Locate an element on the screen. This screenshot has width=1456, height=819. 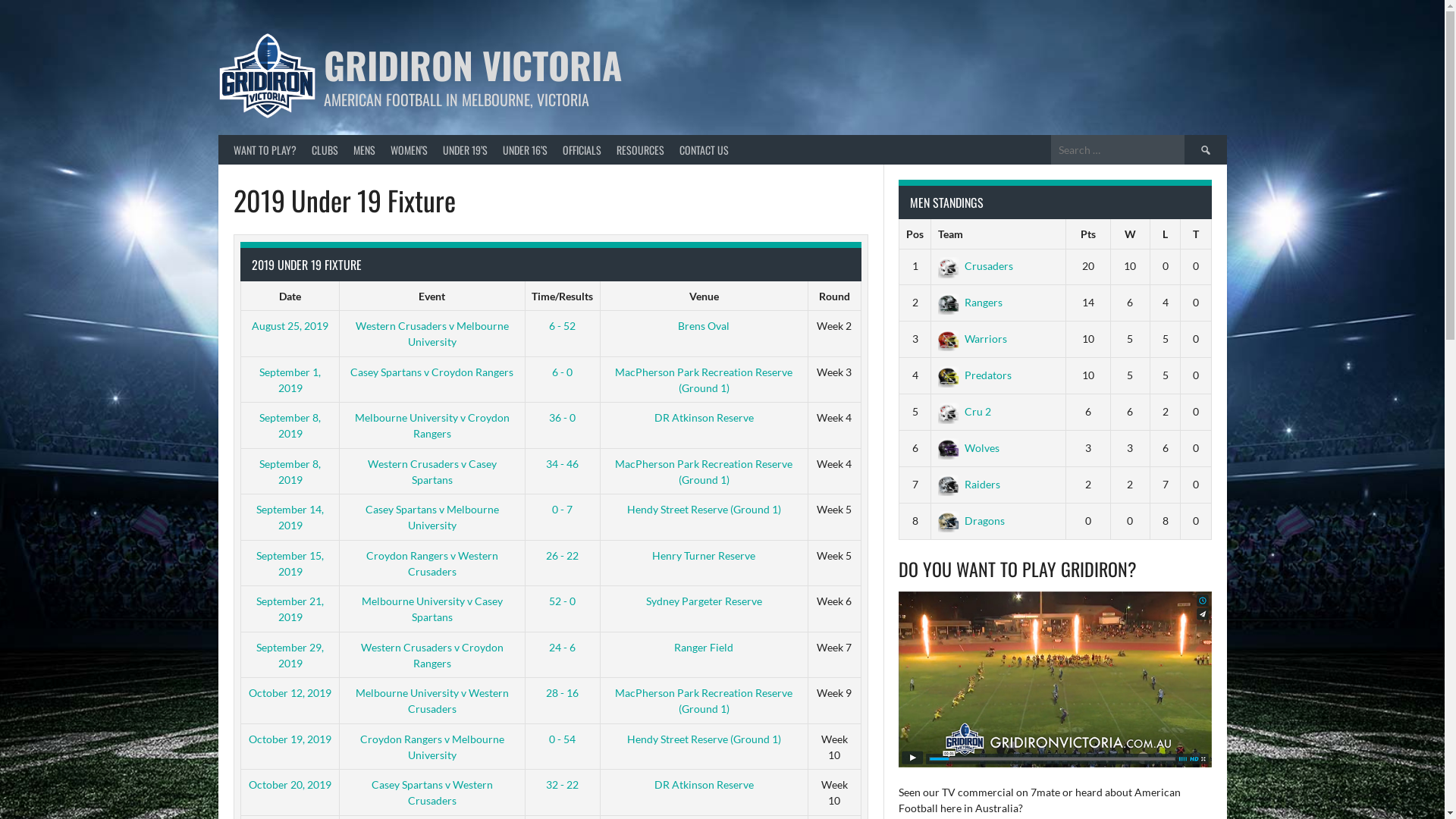
'September 29, 2019' is located at coordinates (256, 654).